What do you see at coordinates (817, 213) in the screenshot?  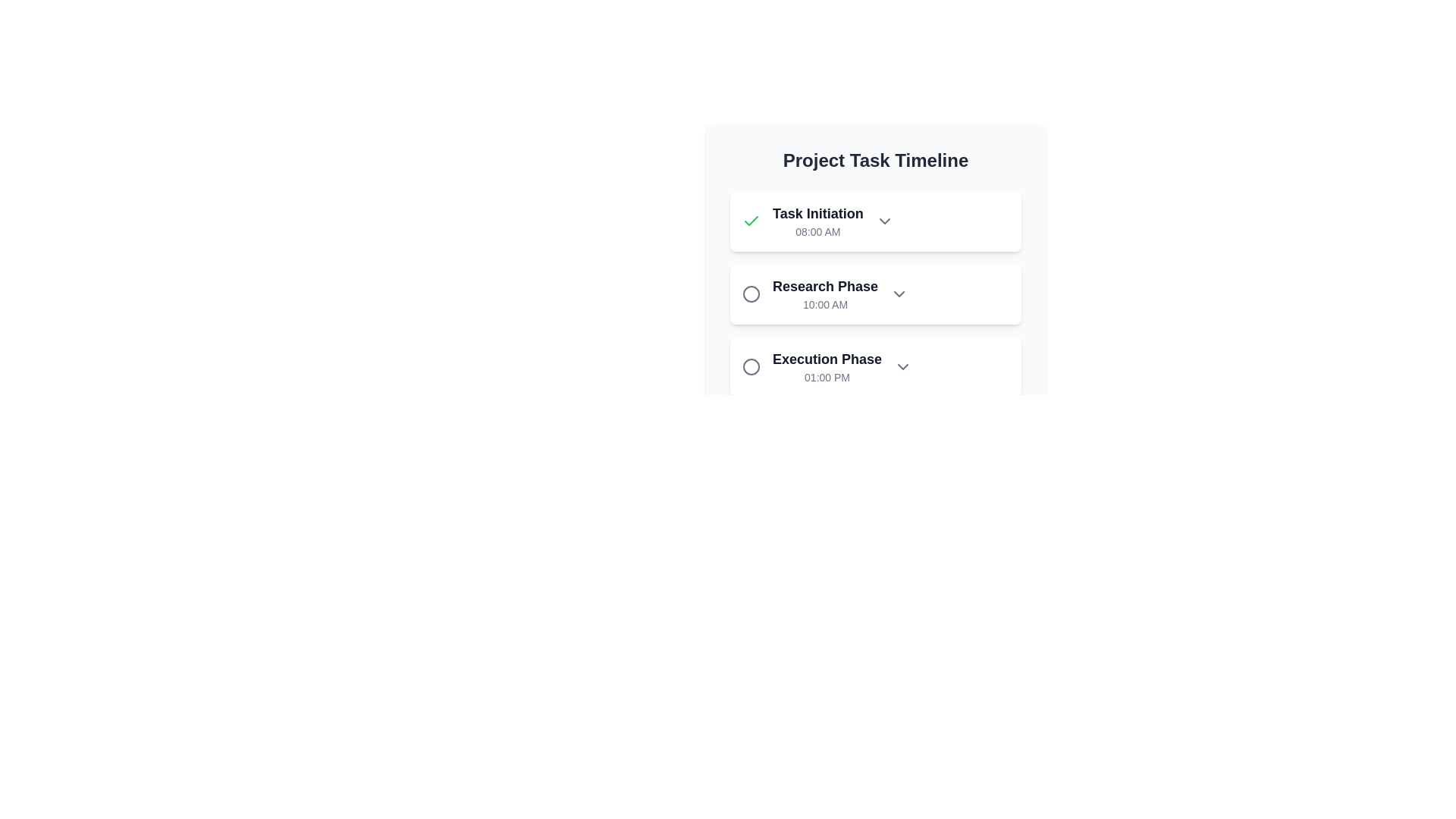 I see `the text label displaying 'Task Initiation' which is styled as a bold, large title in dark gray or black within the 'Project Task Timeline' card` at bounding box center [817, 213].